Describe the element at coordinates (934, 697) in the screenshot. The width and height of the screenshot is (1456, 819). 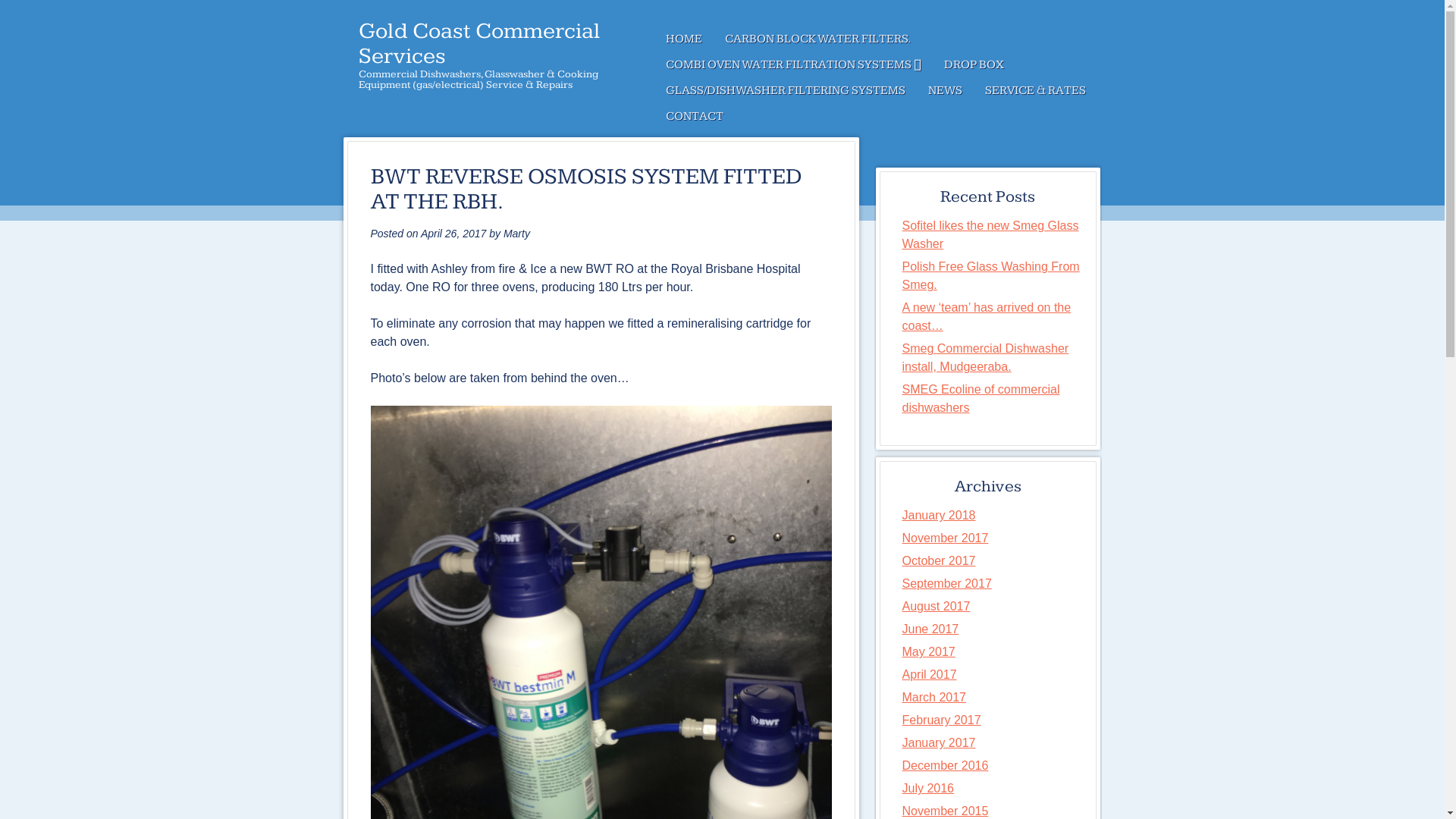
I see `'March 2017'` at that location.